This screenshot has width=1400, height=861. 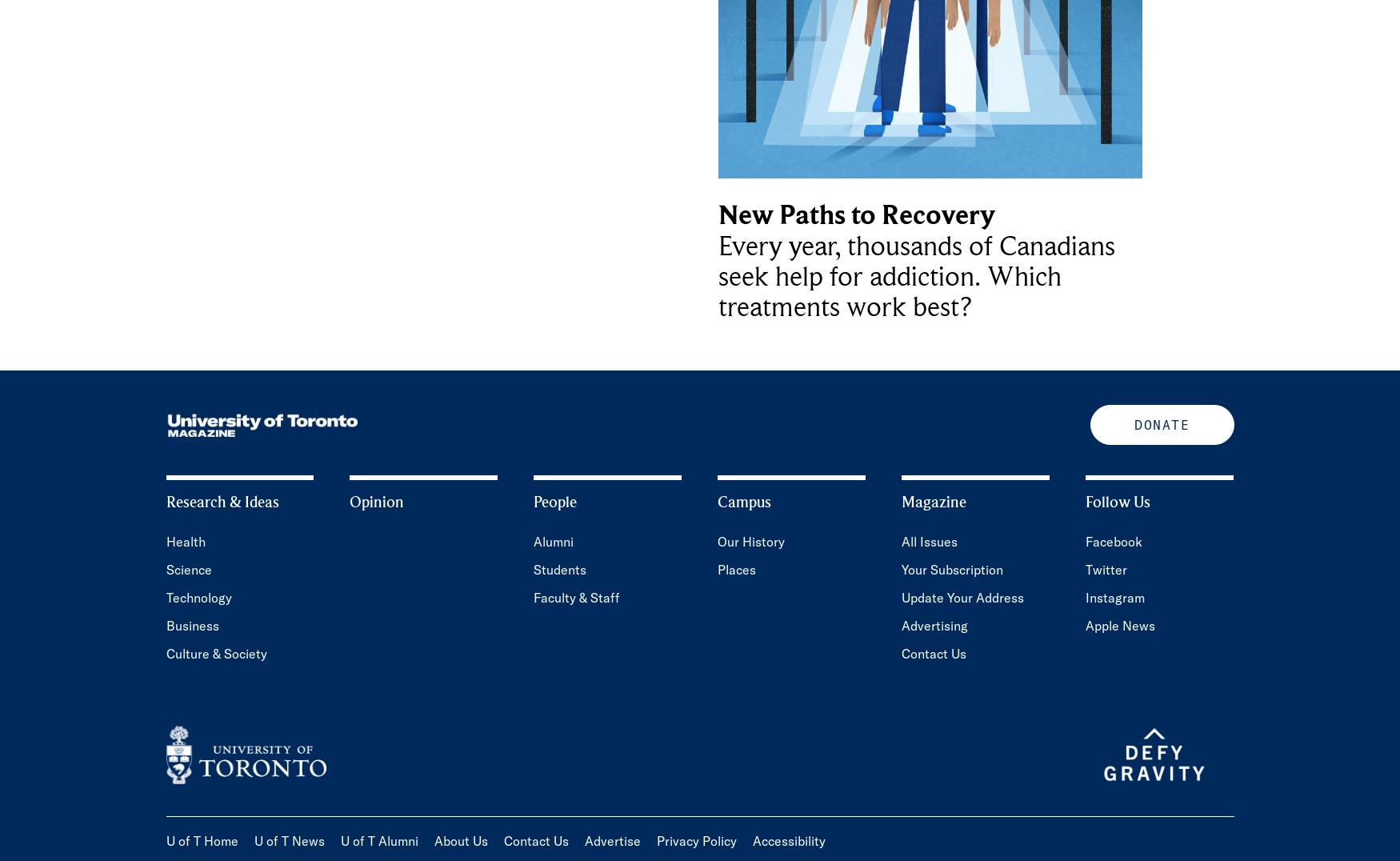 What do you see at coordinates (1085, 569) in the screenshot?
I see `'Twitter'` at bounding box center [1085, 569].